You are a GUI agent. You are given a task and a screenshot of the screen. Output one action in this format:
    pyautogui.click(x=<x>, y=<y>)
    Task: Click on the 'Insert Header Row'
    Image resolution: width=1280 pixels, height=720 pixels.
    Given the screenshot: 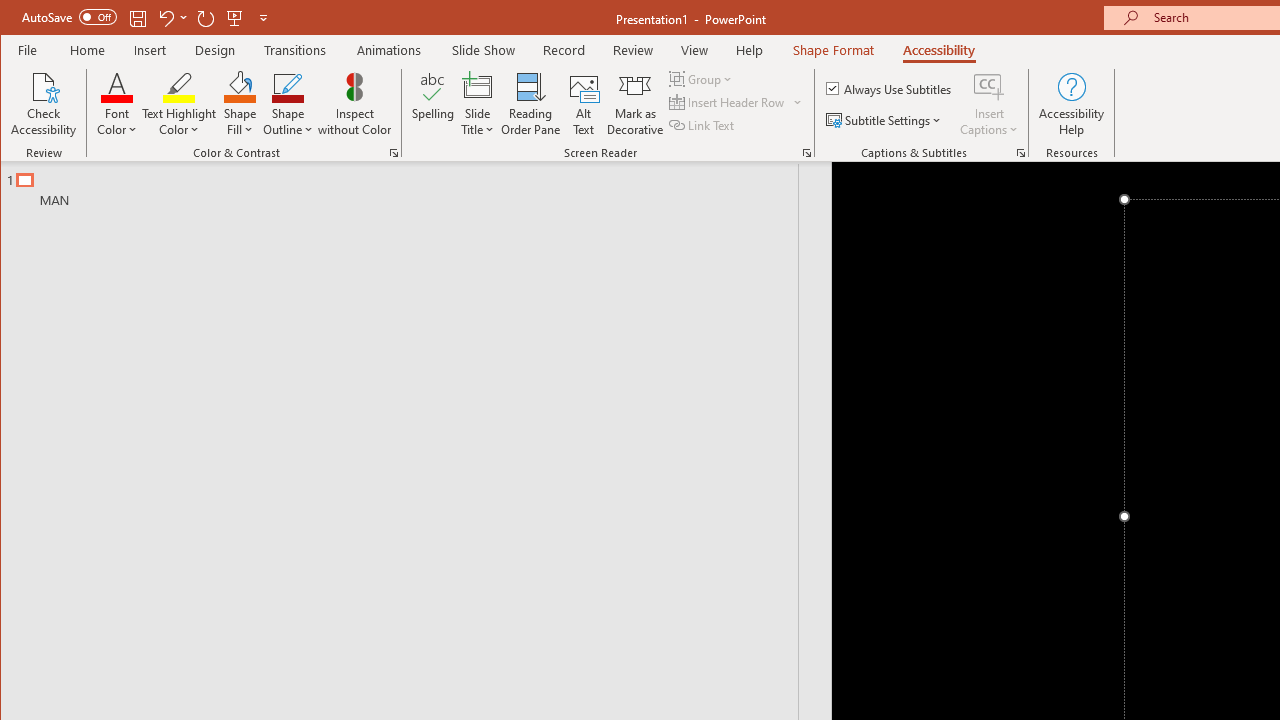 What is the action you would take?
    pyautogui.click(x=735, y=102)
    